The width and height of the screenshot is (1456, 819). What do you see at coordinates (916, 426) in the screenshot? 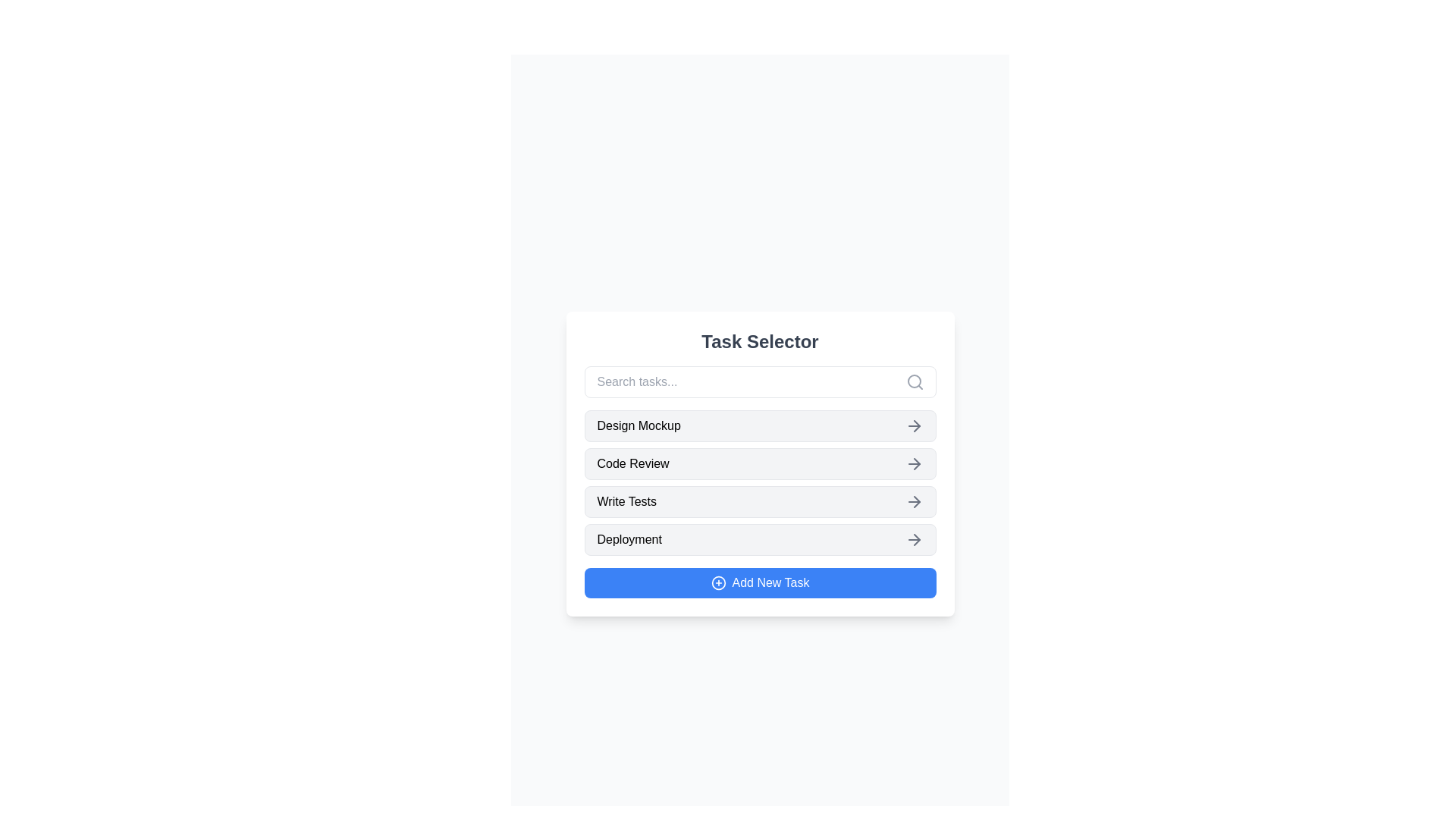
I see `the visual indicator icon located in the top-right corner of the 'Design Mockup' option` at bounding box center [916, 426].